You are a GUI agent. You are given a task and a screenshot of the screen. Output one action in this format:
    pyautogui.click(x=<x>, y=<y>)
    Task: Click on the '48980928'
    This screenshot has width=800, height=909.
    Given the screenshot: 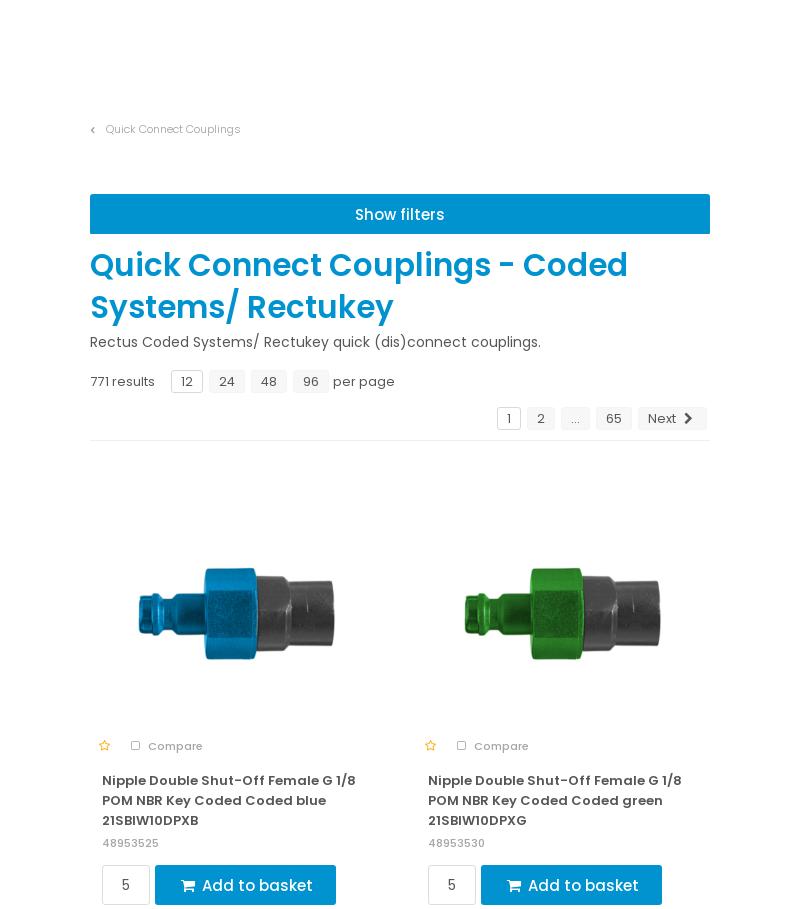 What is the action you would take?
    pyautogui.click(x=455, y=619)
    